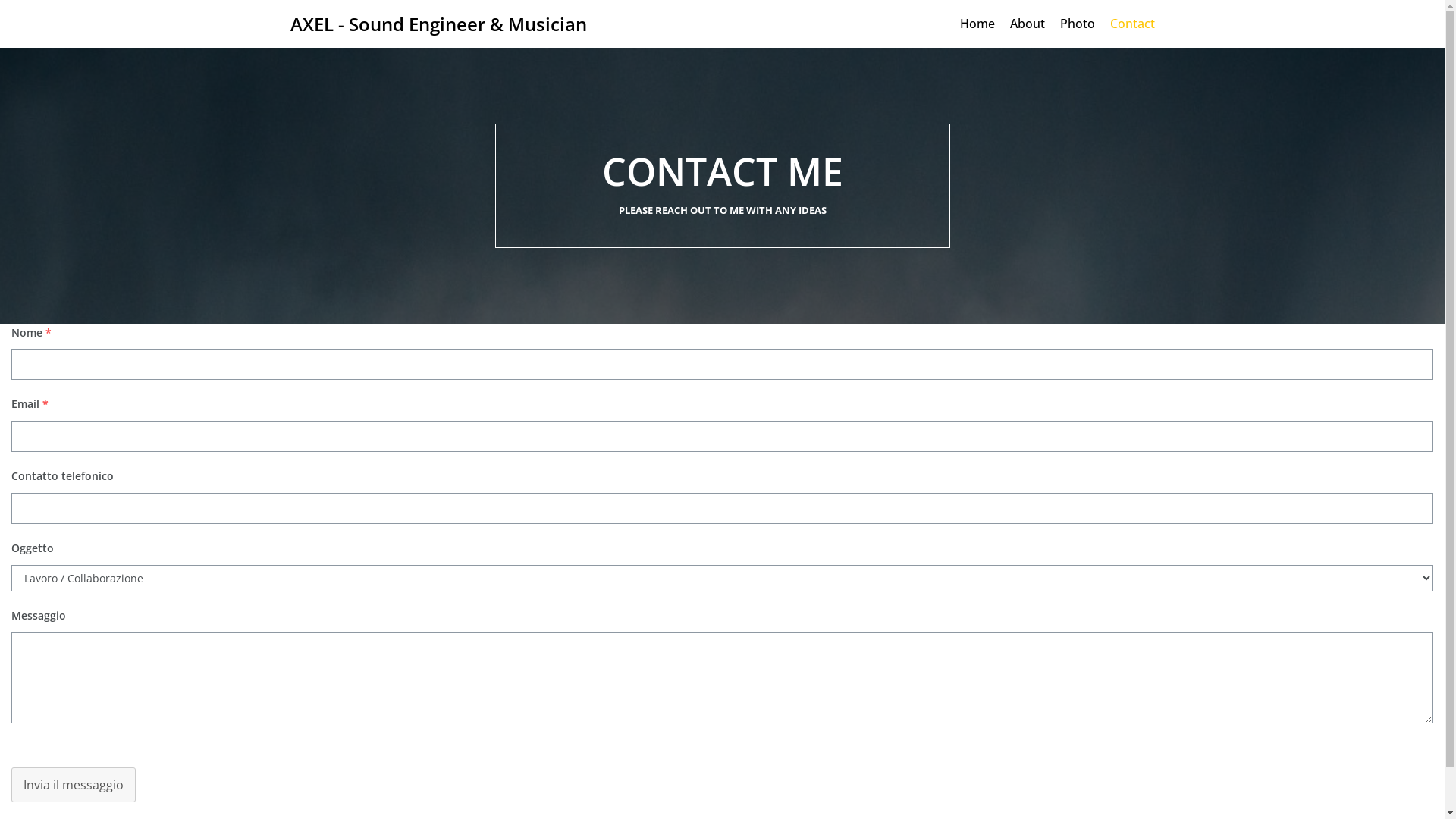  Describe the element at coordinates (437, 24) in the screenshot. I see `'AXEL - Sound Engineer & Musician'` at that location.